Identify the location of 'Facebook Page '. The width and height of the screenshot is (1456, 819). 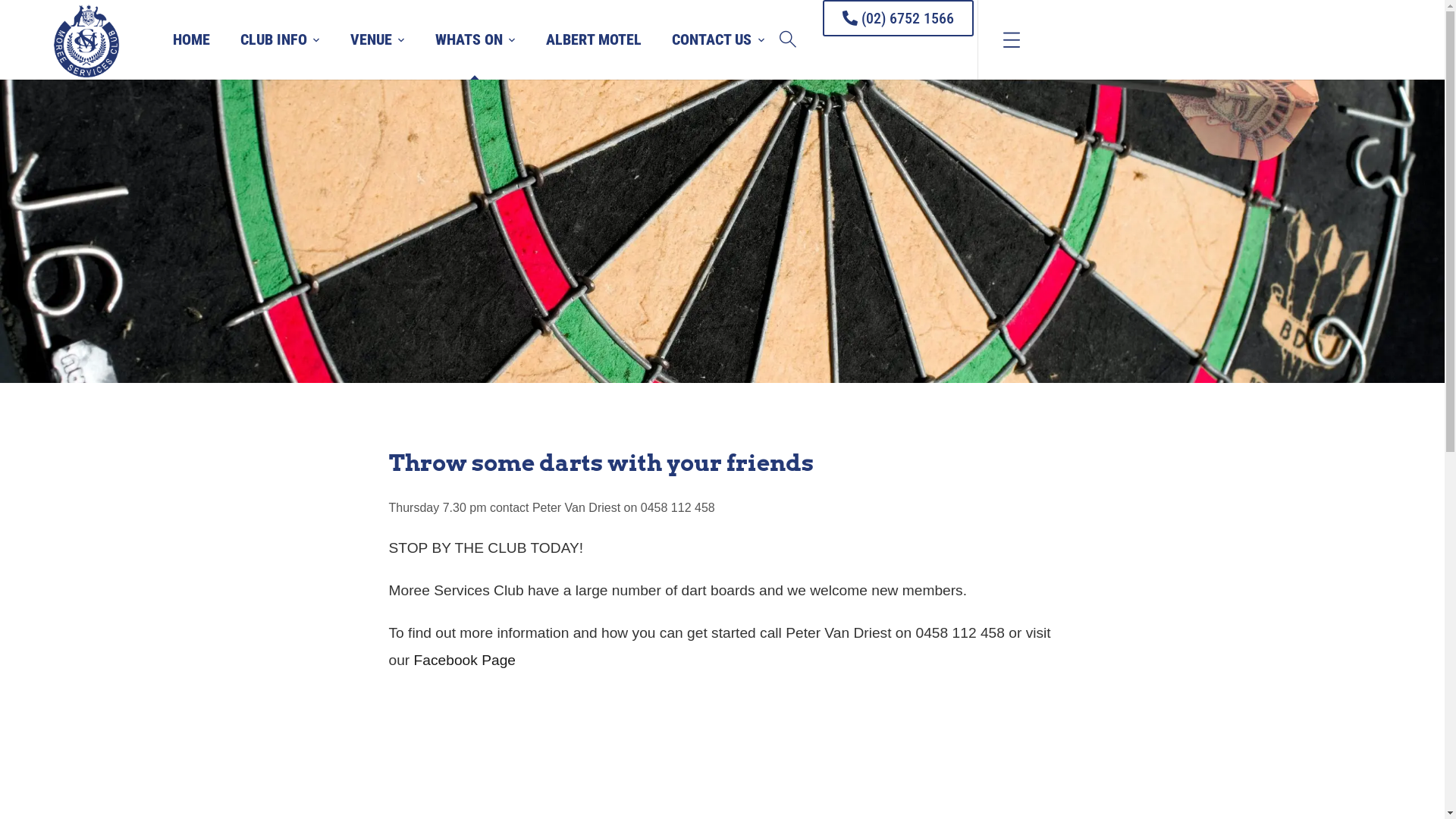
(466, 659).